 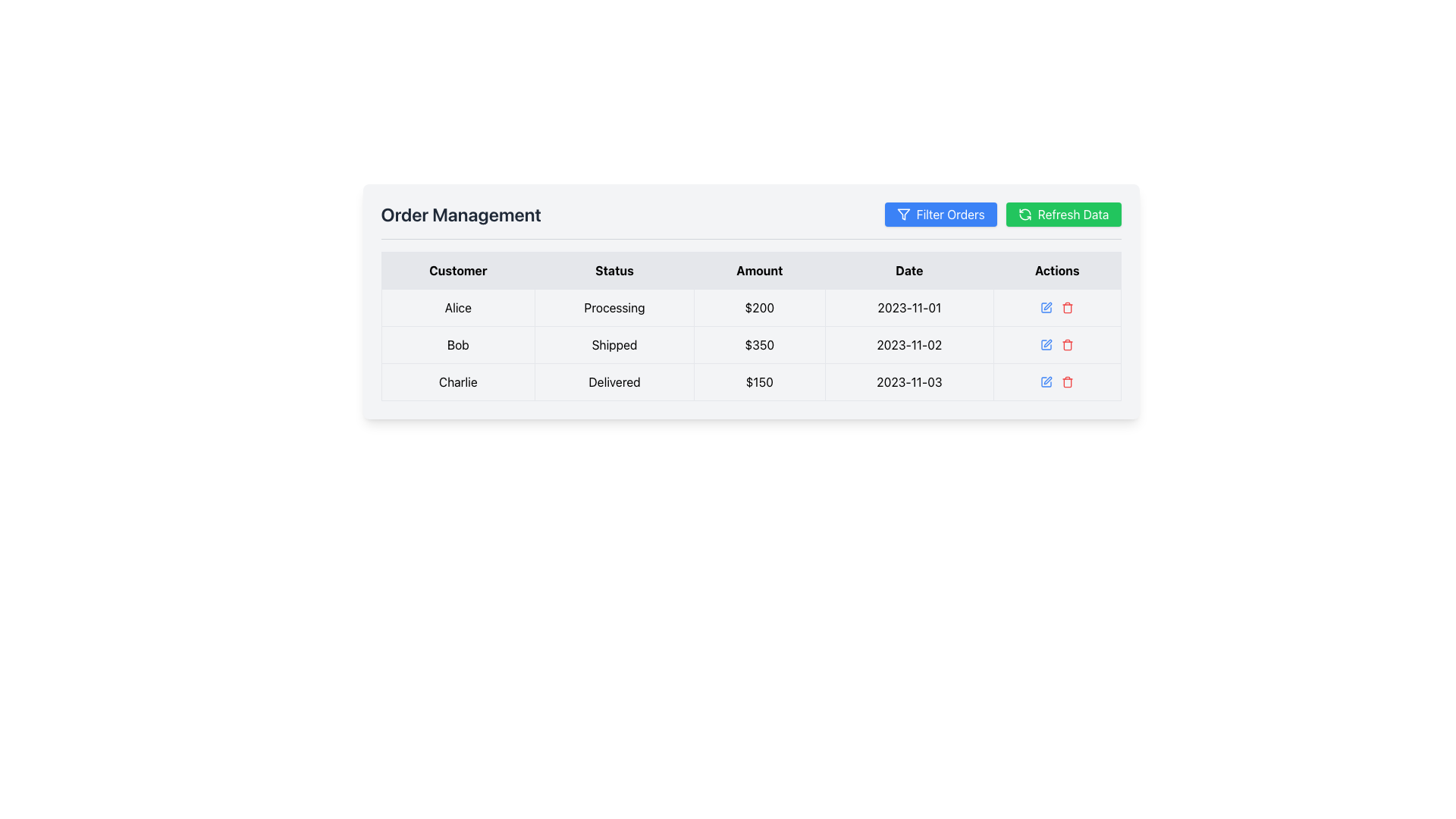 What do you see at coordinates (1047, 343) in the screenshot?
I see `the pen icon in the Actions column for the user 'Bob'` at bounding box center [1047, 343].